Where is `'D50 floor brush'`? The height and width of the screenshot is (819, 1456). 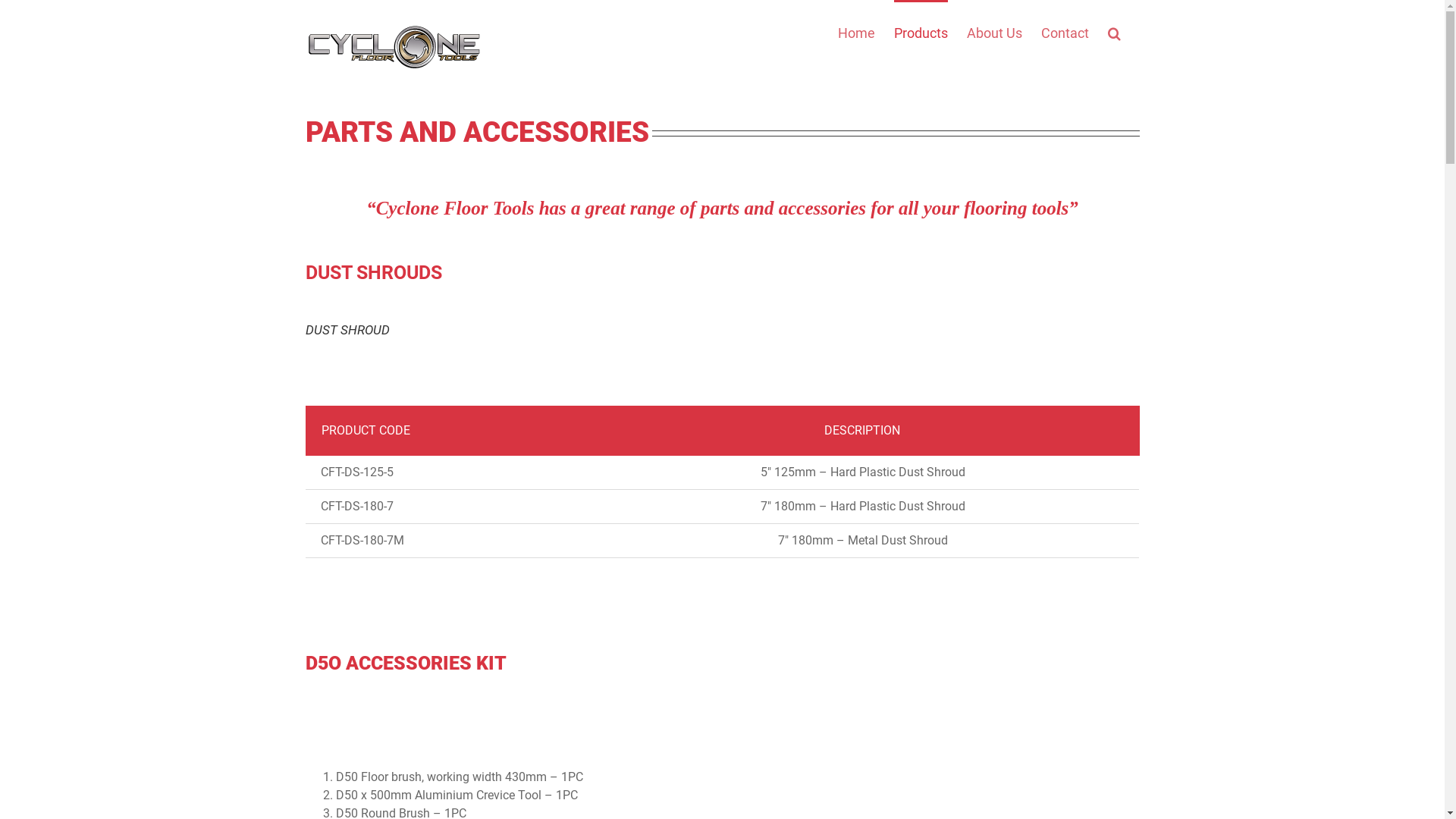
'D50 floor brush' is located at coordinates (347, 711).